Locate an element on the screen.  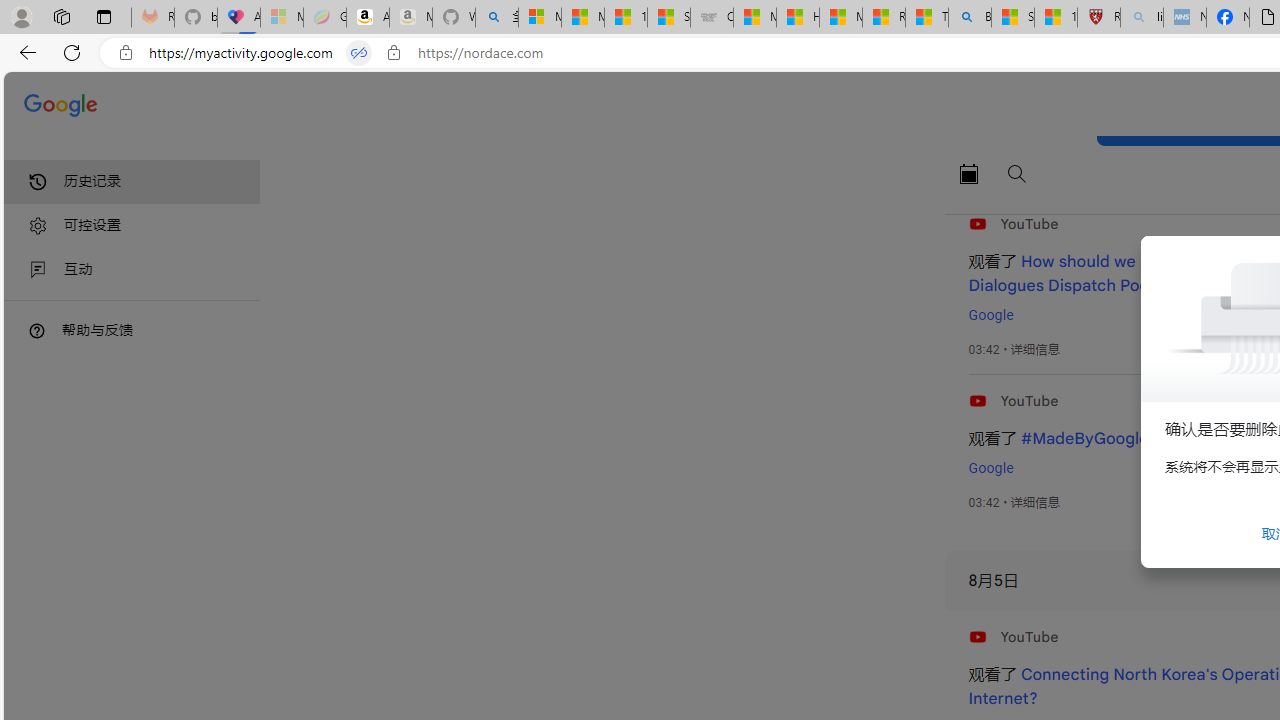
'Class: i2GIId' is located at coordinates (38, 270).